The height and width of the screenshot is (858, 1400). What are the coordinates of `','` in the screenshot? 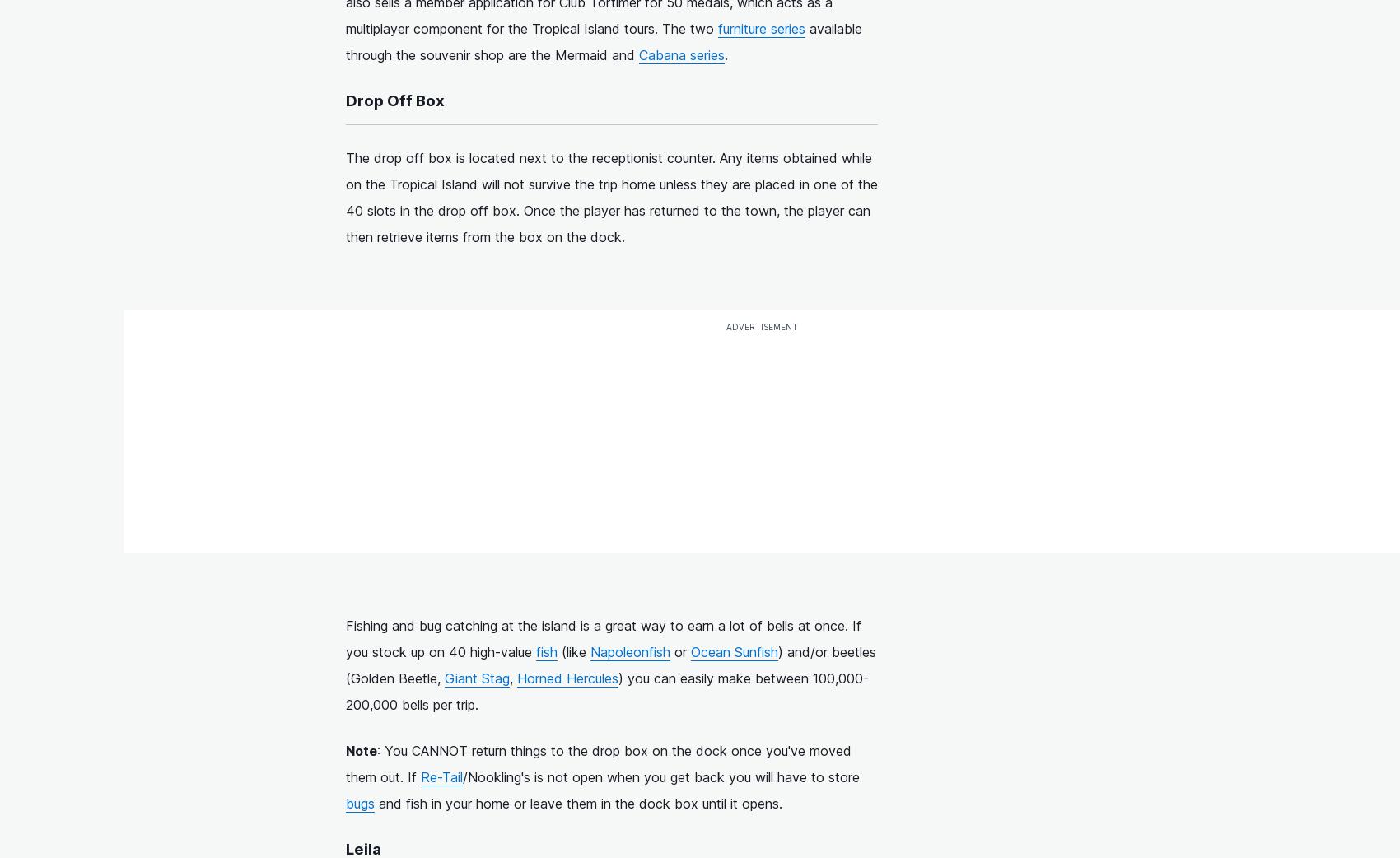 It's located at (512, 677).